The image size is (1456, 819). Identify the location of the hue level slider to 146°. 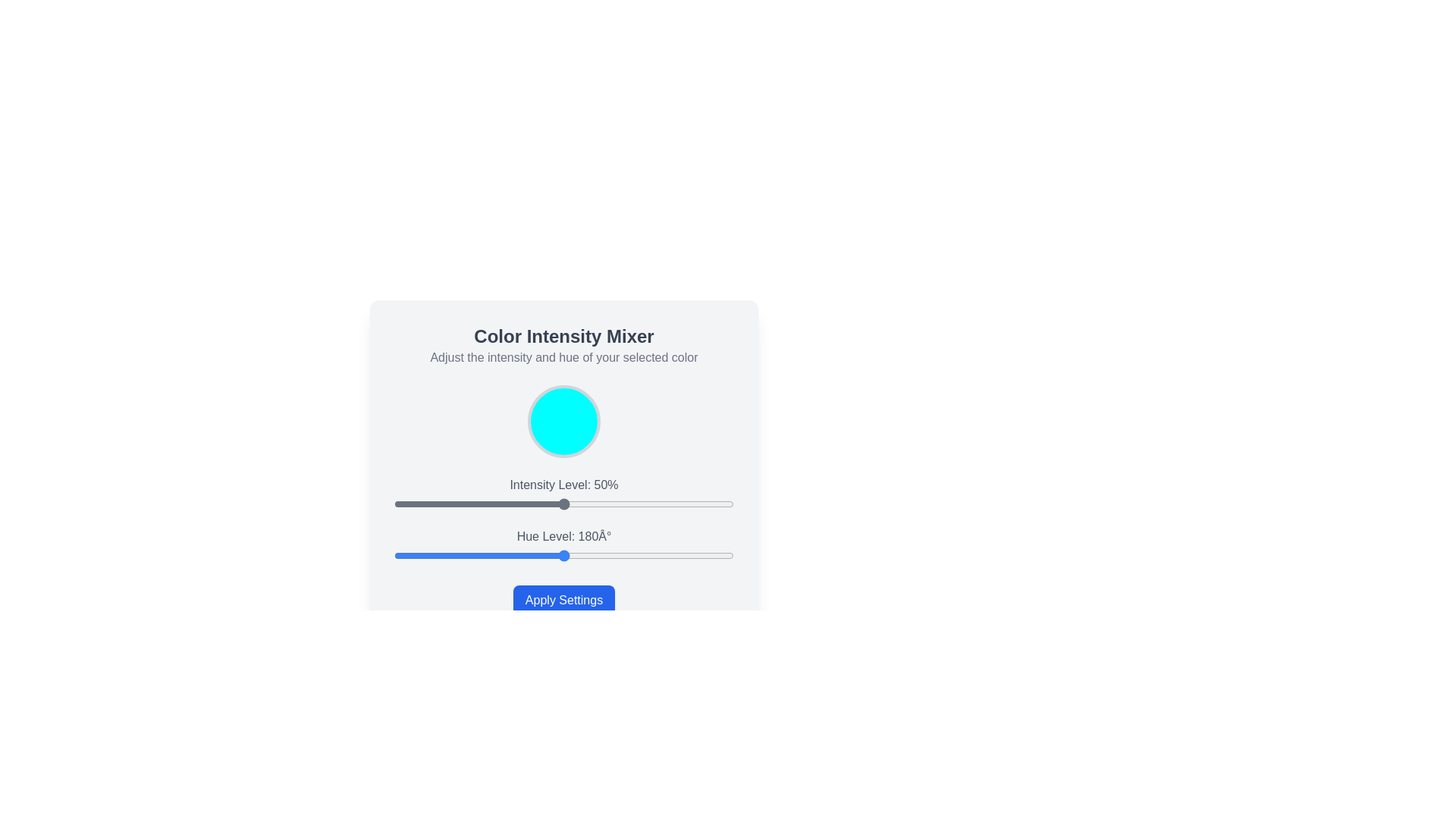
(532, 555).